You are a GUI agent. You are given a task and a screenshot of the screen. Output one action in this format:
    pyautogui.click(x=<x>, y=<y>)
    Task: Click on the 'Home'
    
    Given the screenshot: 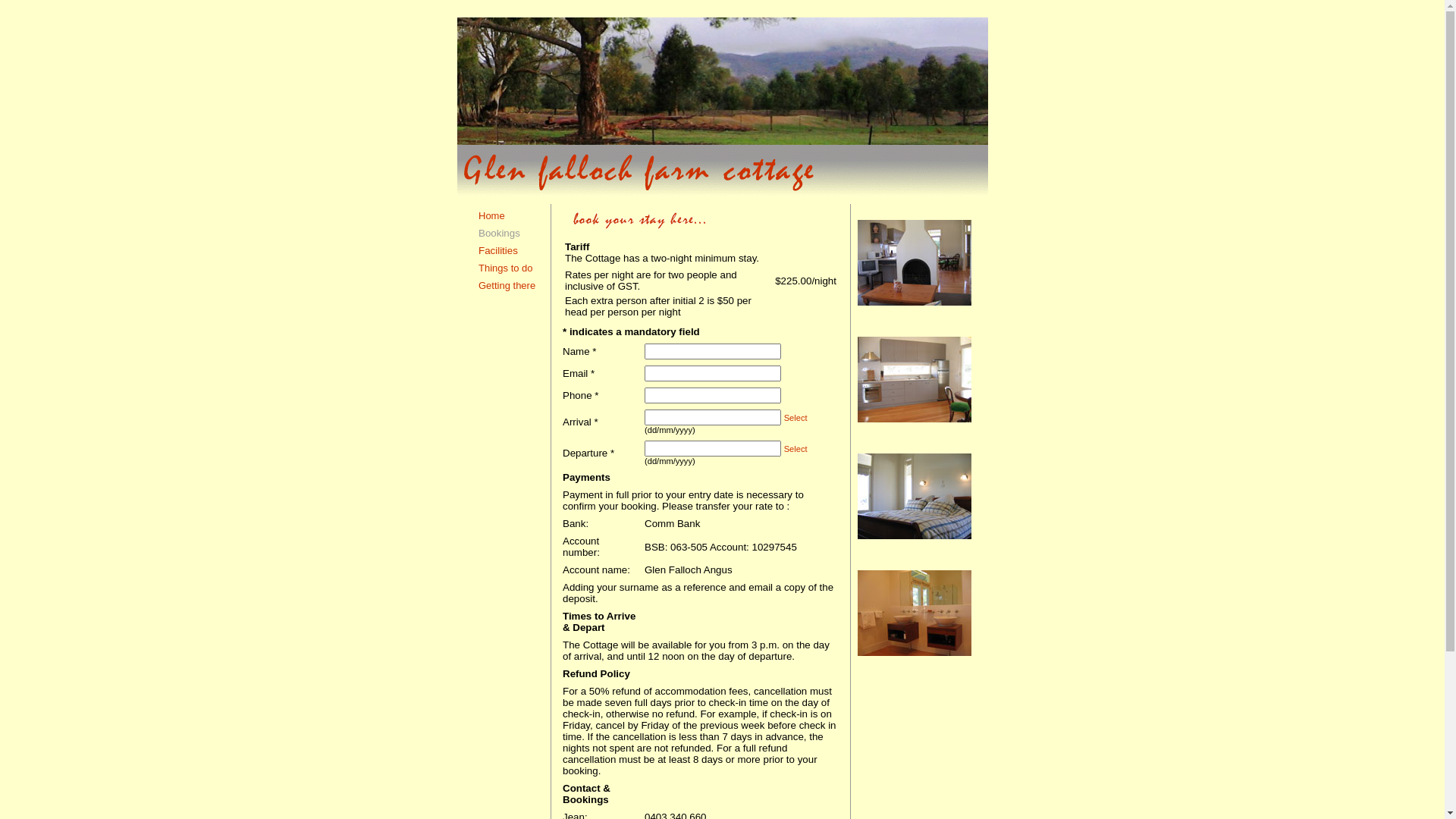 What is the action you would take?
    pyautogui.click(x=491, y=215)
    